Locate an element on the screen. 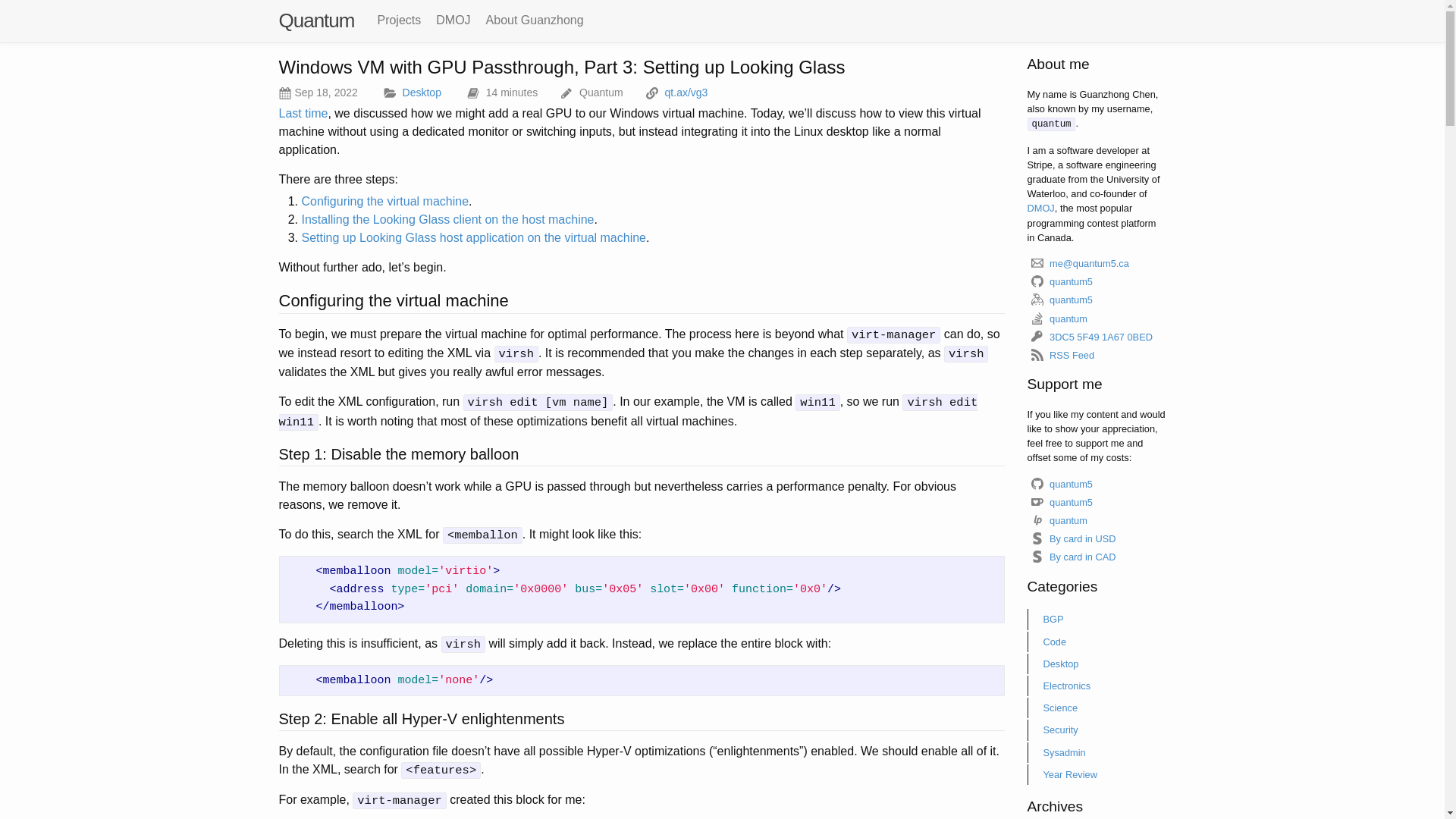 The image size is (1456, 819). 'Sysadmin' is located at coordinates (1026, 752).